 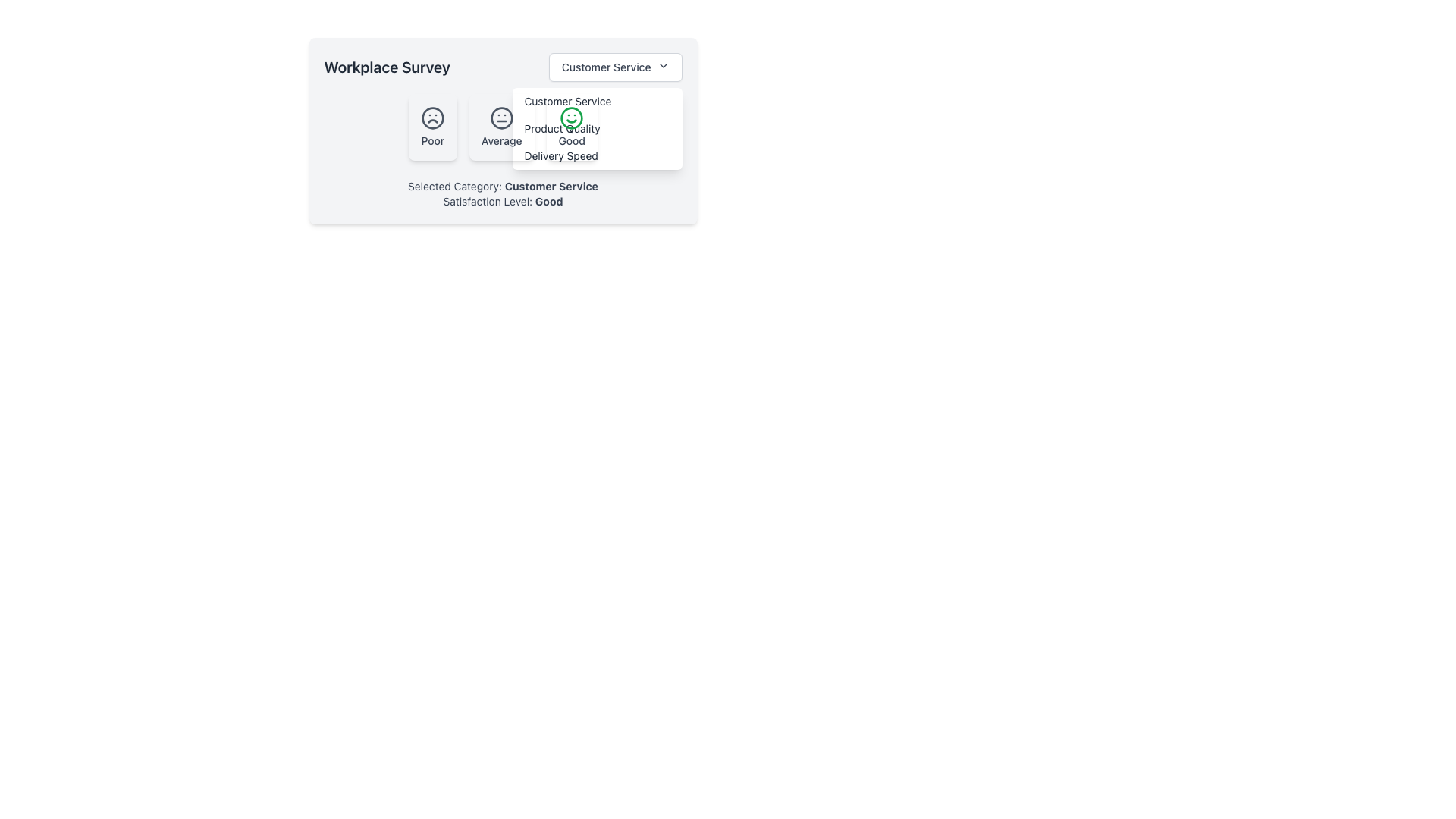 What do you see at coordinates (503, 127) in the screenshot?
I see `the 'Average' rating option button located in the rating bar below the 'Workplace Survey' headline` at bounding box center [503, 127].